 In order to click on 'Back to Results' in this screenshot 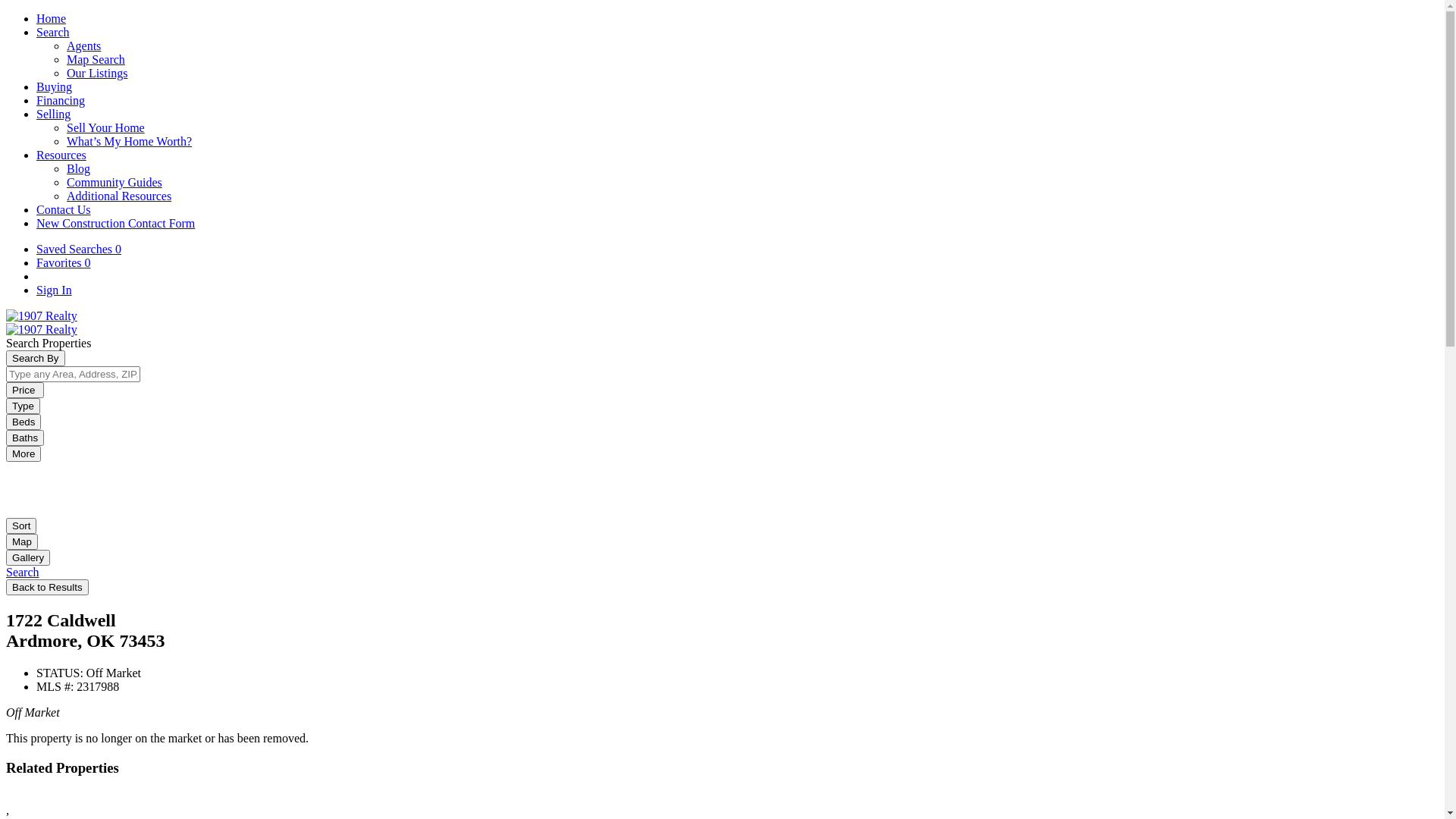, I will do `click(47, 586)`.